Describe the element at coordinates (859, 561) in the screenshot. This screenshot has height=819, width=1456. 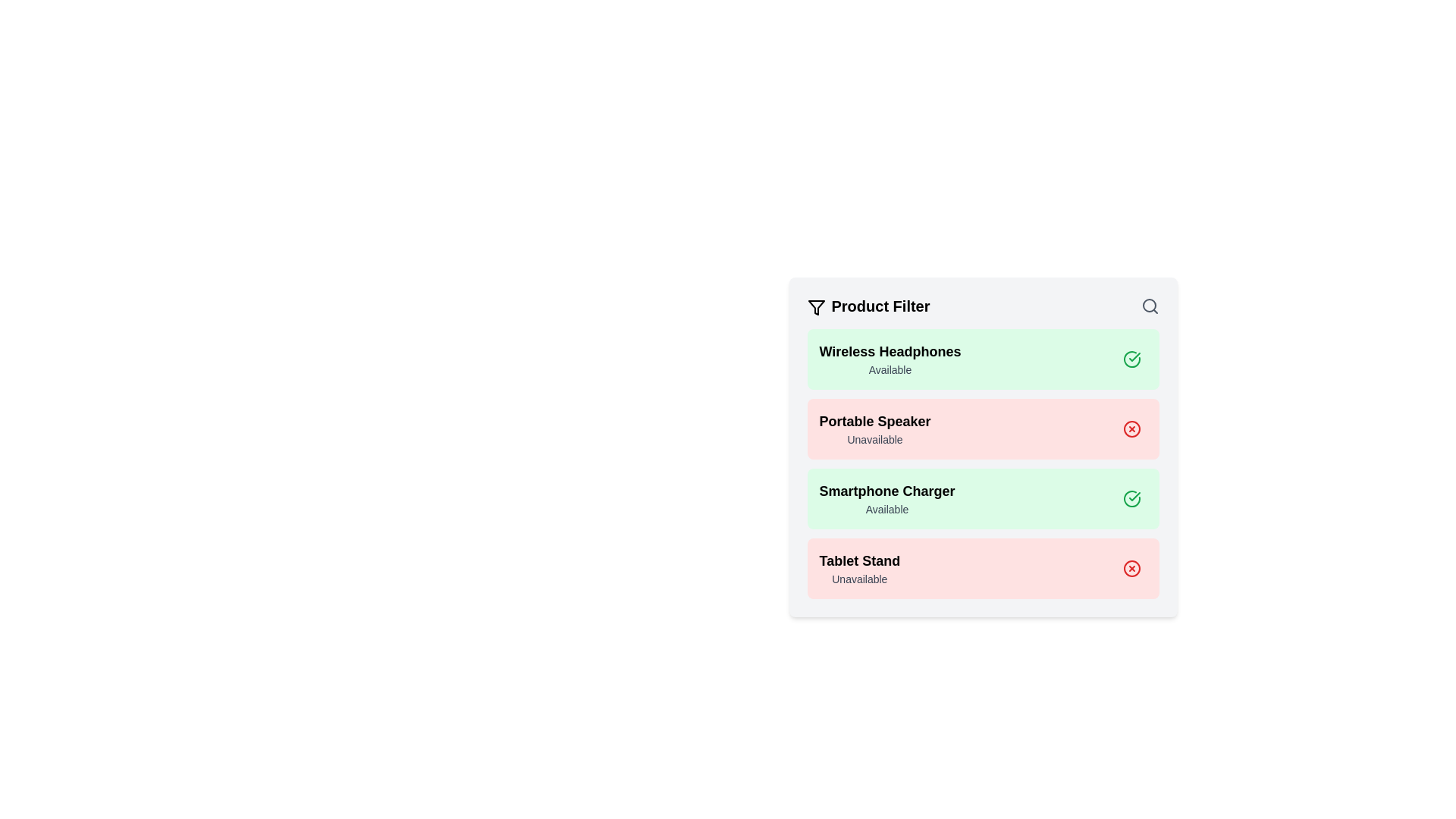
I see `the 'Tablet Stand' text label` at that location.